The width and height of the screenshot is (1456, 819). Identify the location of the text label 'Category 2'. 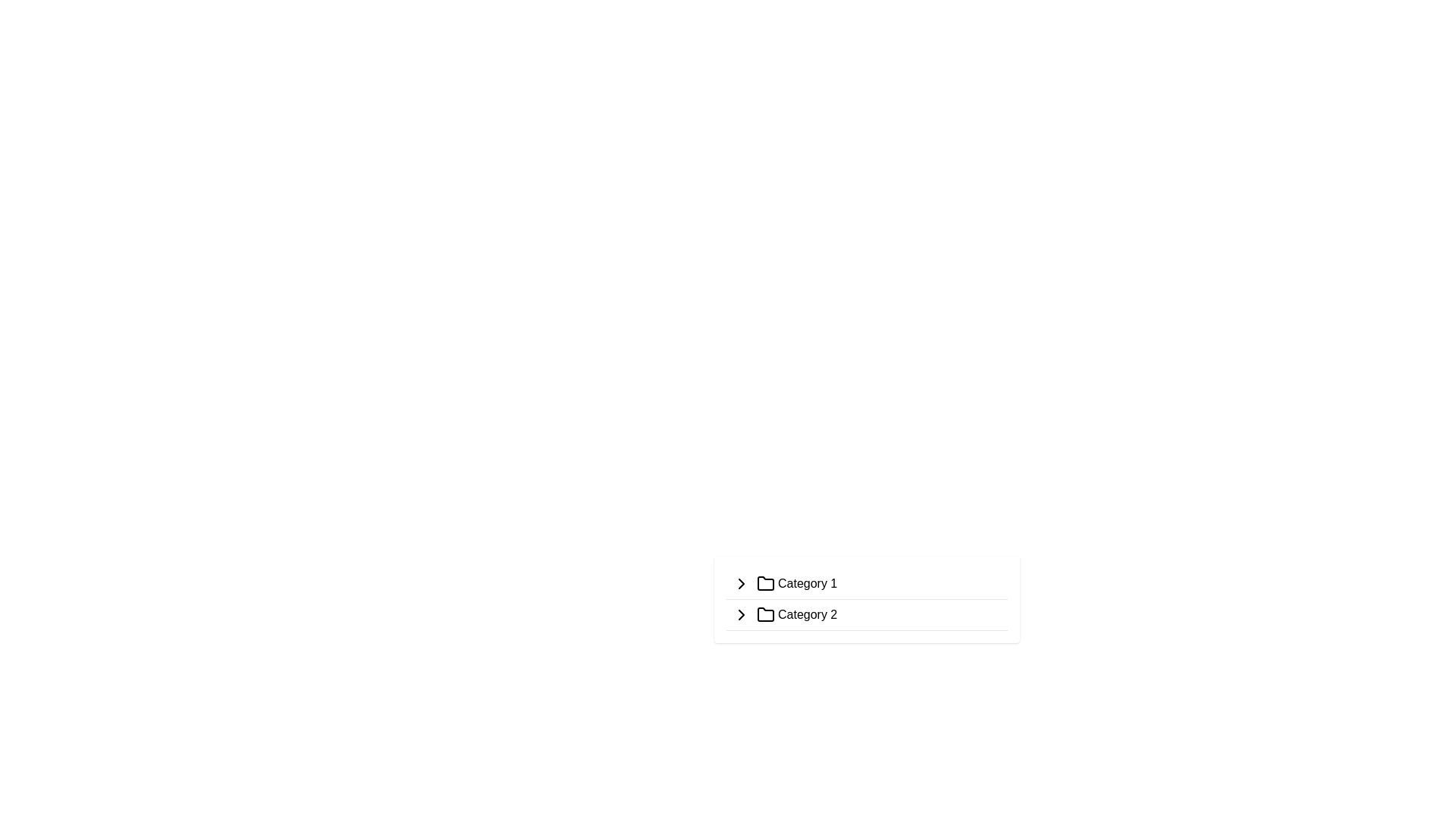
(807, 614).